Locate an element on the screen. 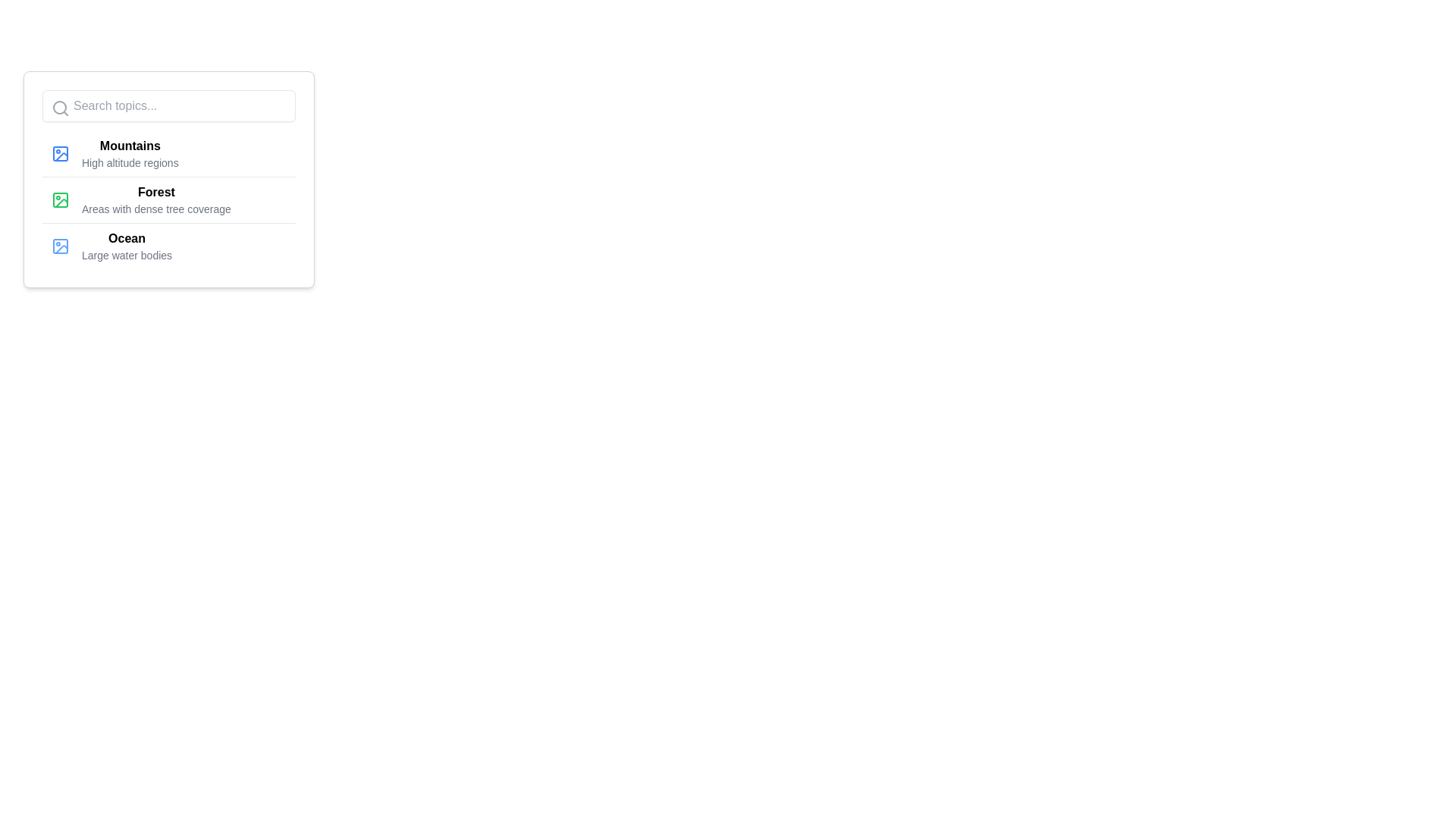  the icon representing an image or media with a blue outline, located next to the label 'Mountains' in the interface is located at coordinates (61, 154).